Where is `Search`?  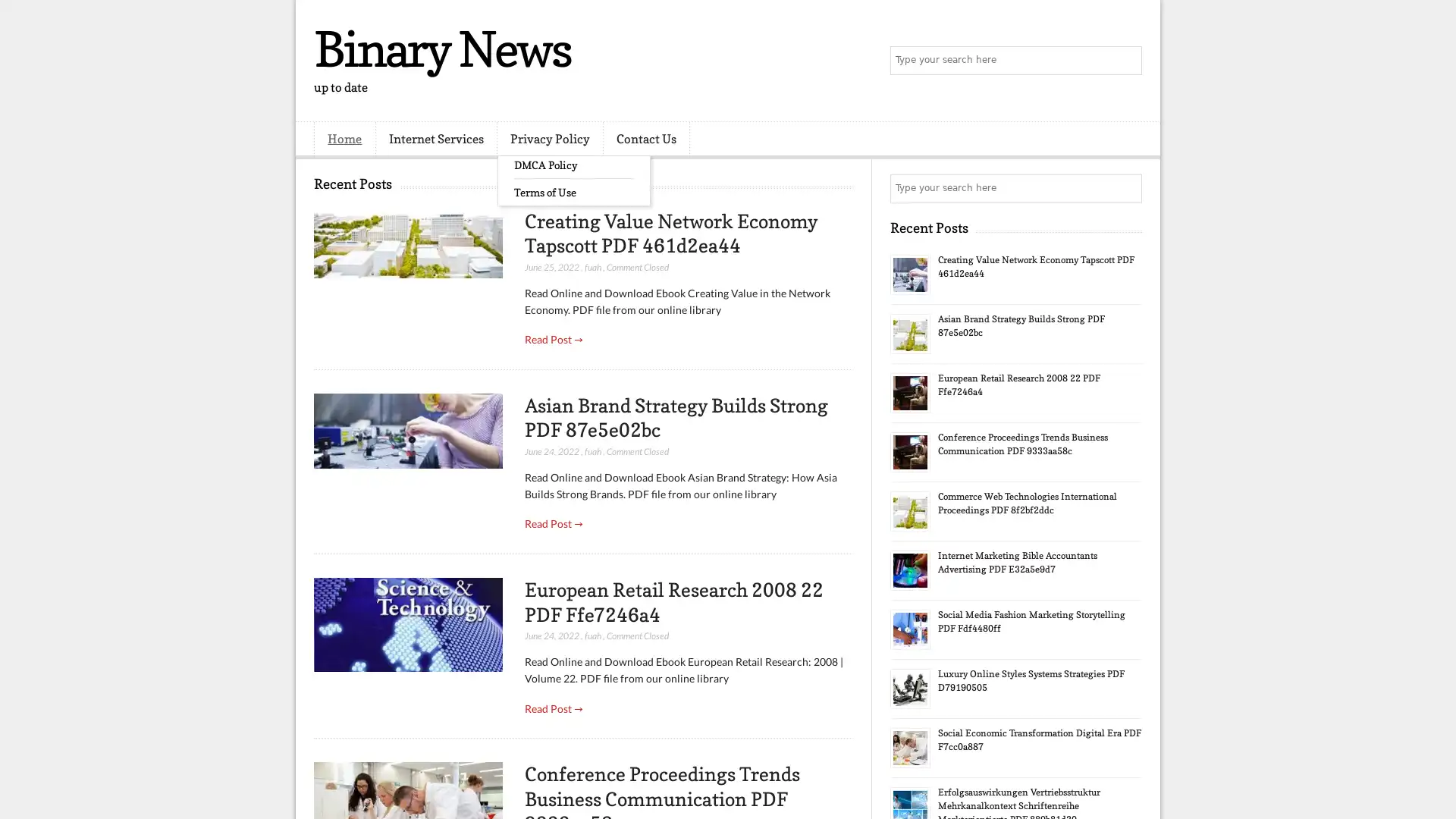
Search is located at coordinates (1126, 188).